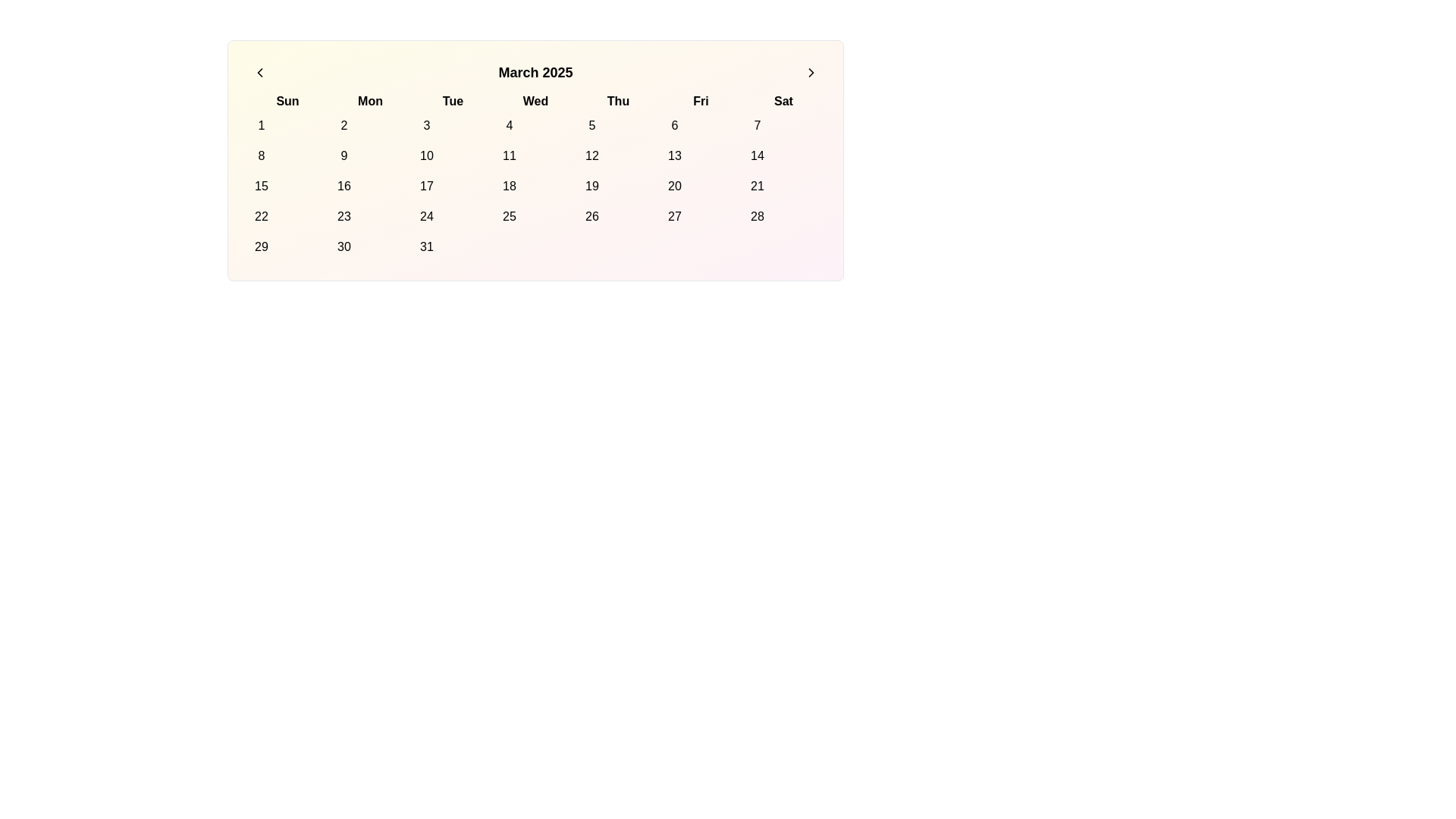 This screenshot has width=1456, height=819. What do you see at coordinates (262, 216) in the screenshot?
I see `the circular button displaying '22' in the calendar grid, located in the 'Sun' column` at bounding box center [262, 216].